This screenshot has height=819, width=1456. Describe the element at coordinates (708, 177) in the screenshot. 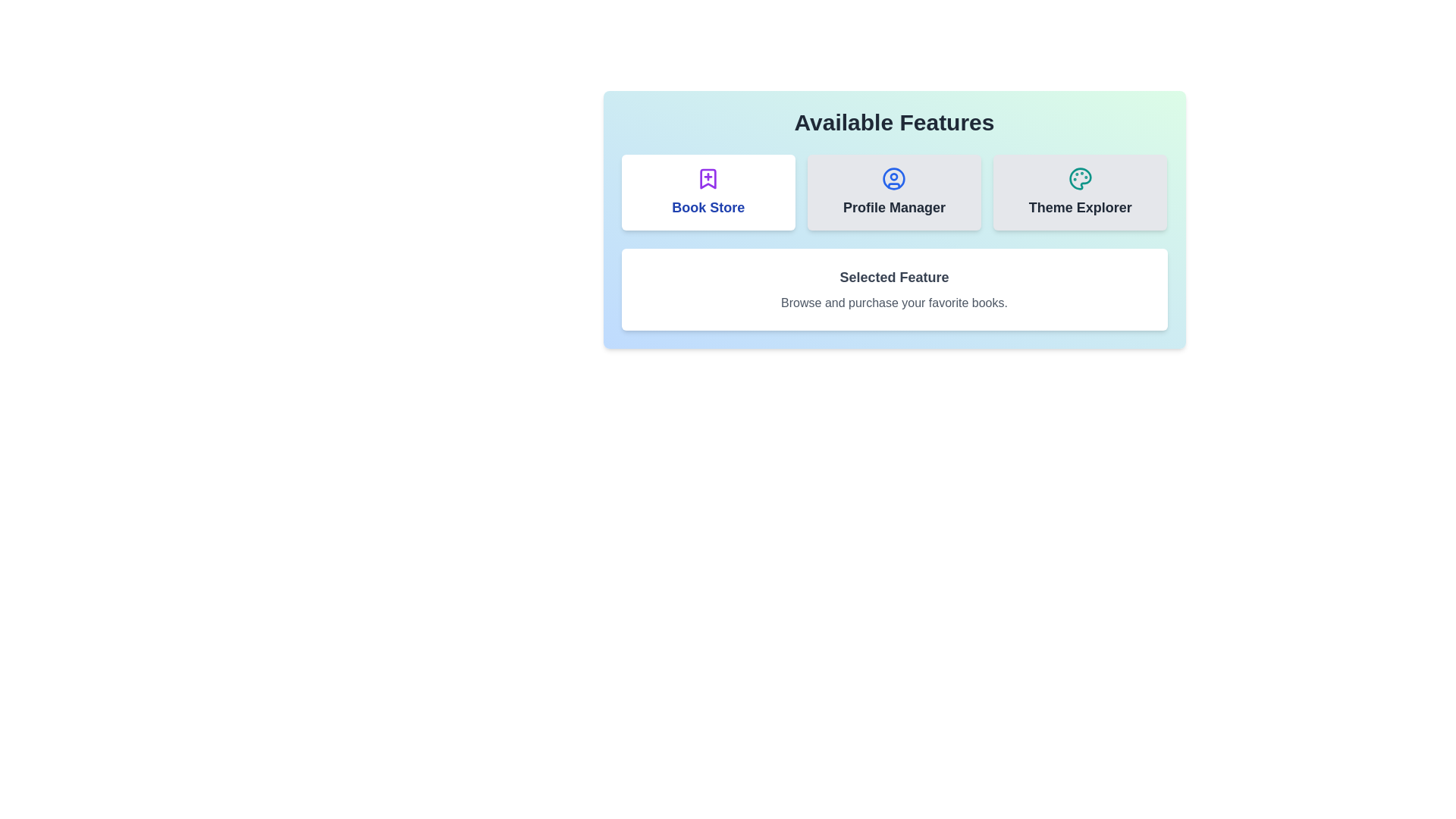

I see `on the 'Book Store' icon located at the top-center of the 'Book Store' card under the 'Available Features' header` at that location.